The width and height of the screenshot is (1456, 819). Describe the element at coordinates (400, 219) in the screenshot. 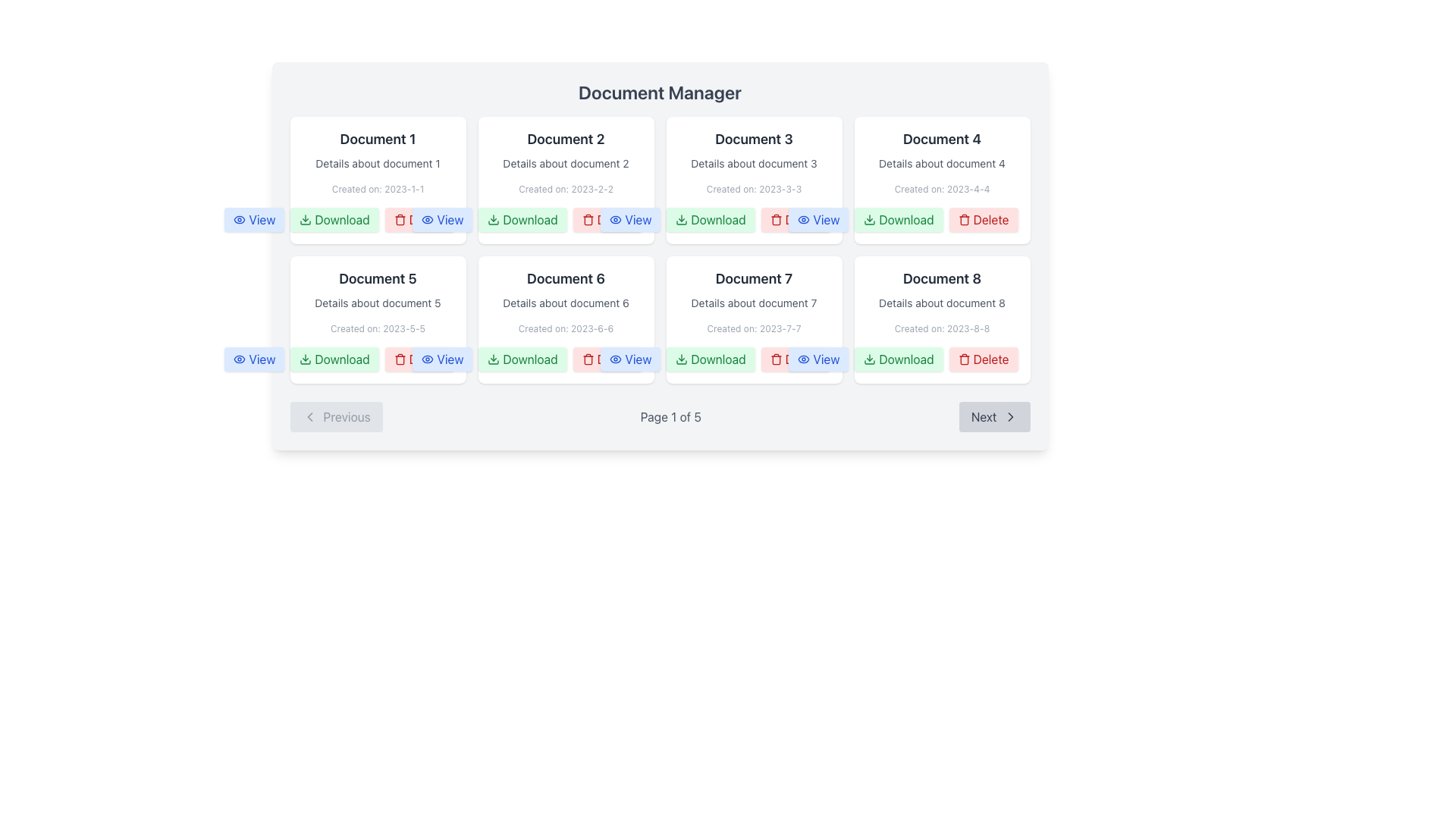

I see `the red trash icon within the 'Delete' button, positioned in the fourth slot of the top row in the grid layout` at that location.